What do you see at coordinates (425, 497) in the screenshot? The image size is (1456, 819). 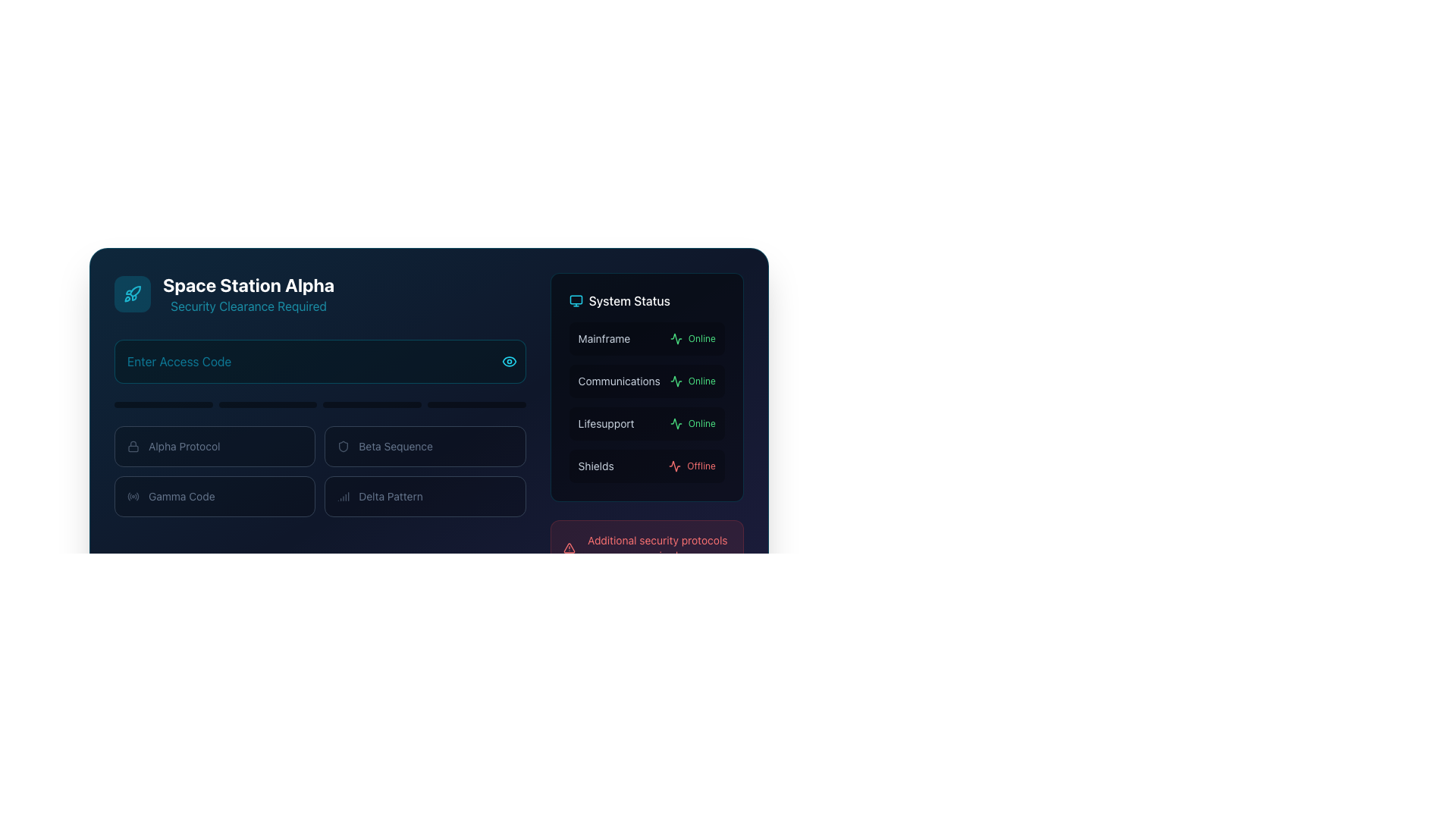 I see `the interactive card labeled 'Delta Pattern' with a dark semi-transparent background located in the lower-right corner of the grid layout` at bounding box center [425, 497].